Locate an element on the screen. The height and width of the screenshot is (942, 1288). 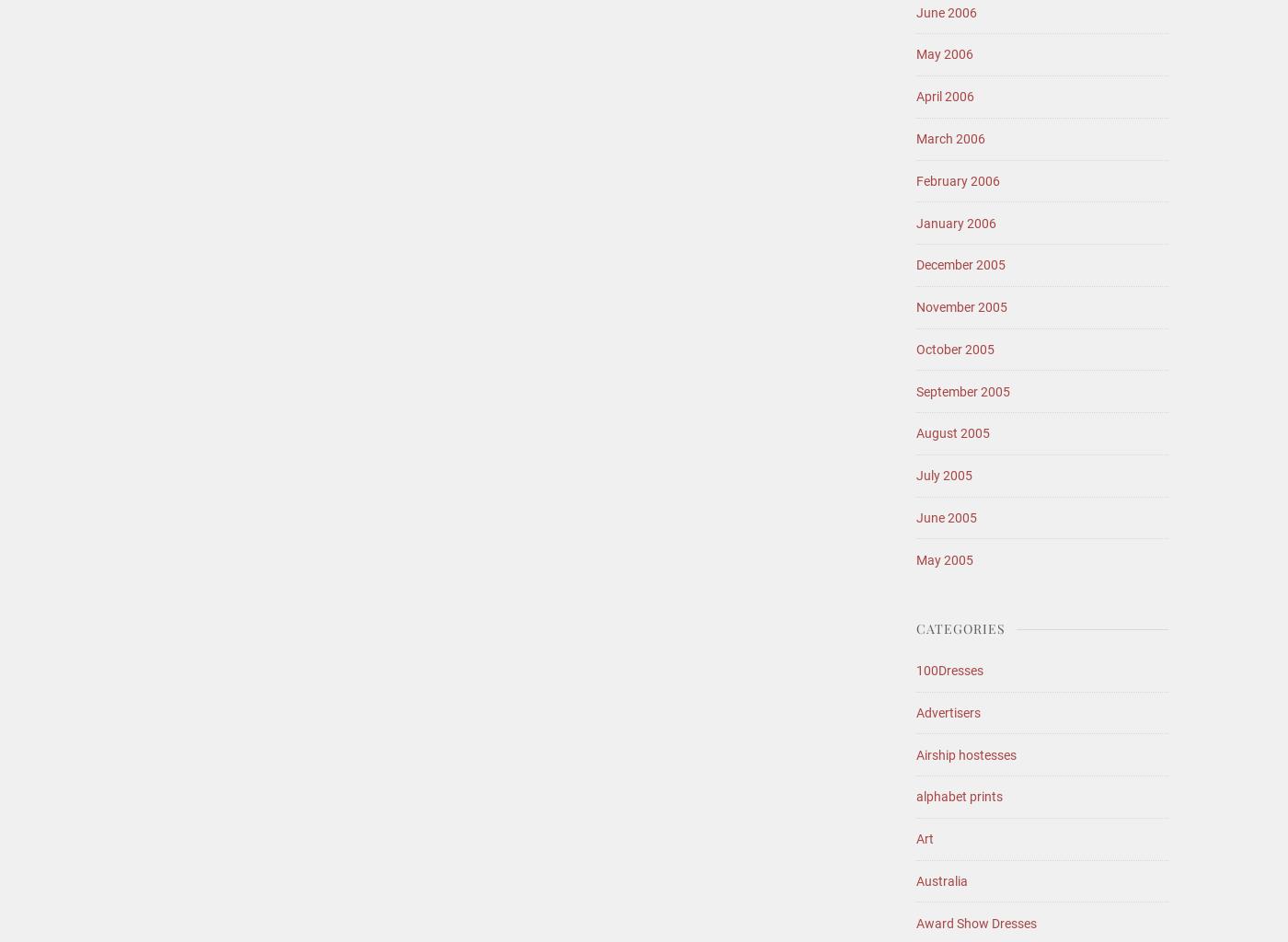
'December 2005' is located at coordinates (915, 264).